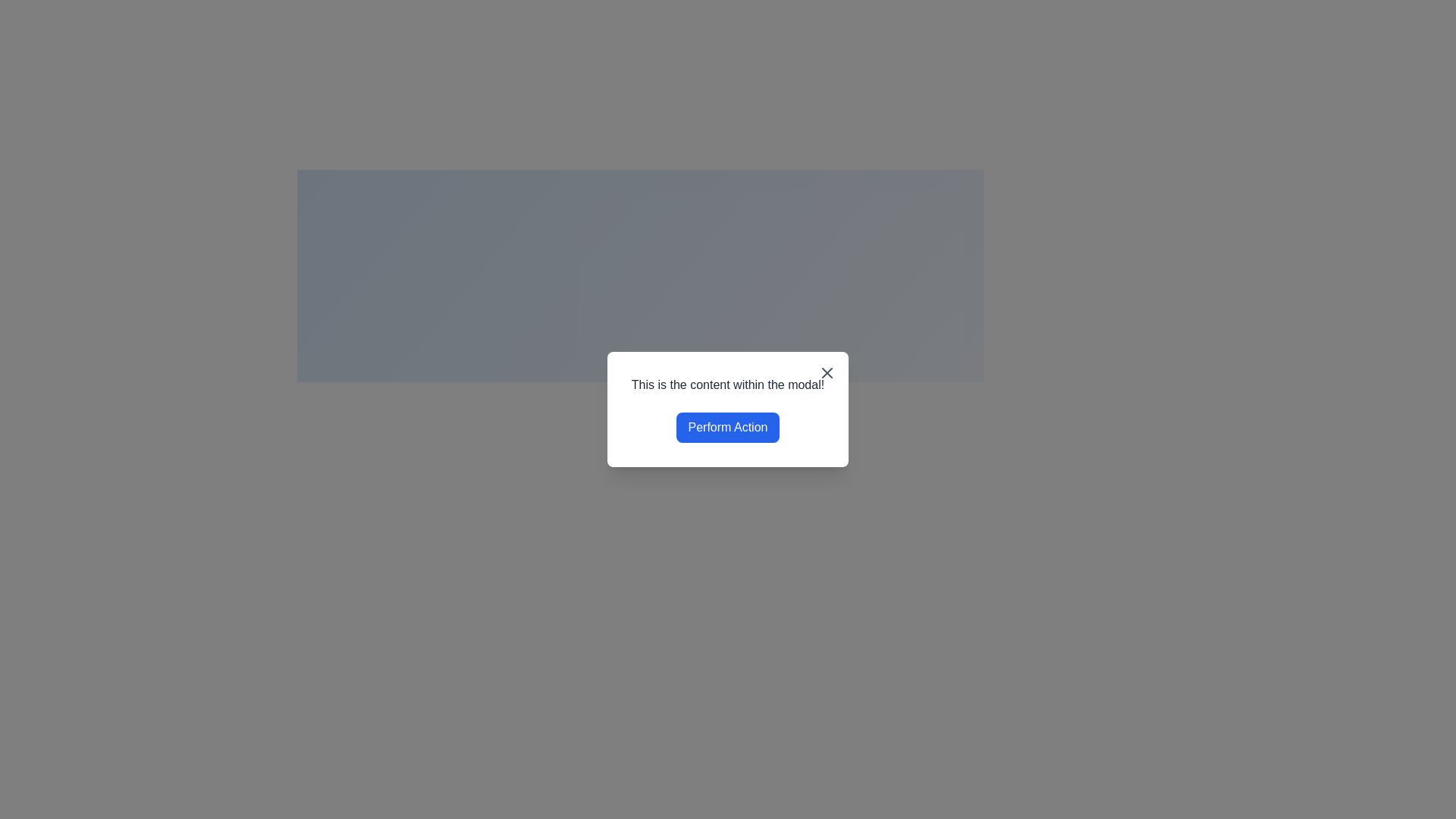  What do you see at coordinates (728, 427) in the screenshot?
I see `the primary call-to-action button located in the center of the modal, positioned below the text 'This is the content within the modal!'` at bounding box center [728, 427].